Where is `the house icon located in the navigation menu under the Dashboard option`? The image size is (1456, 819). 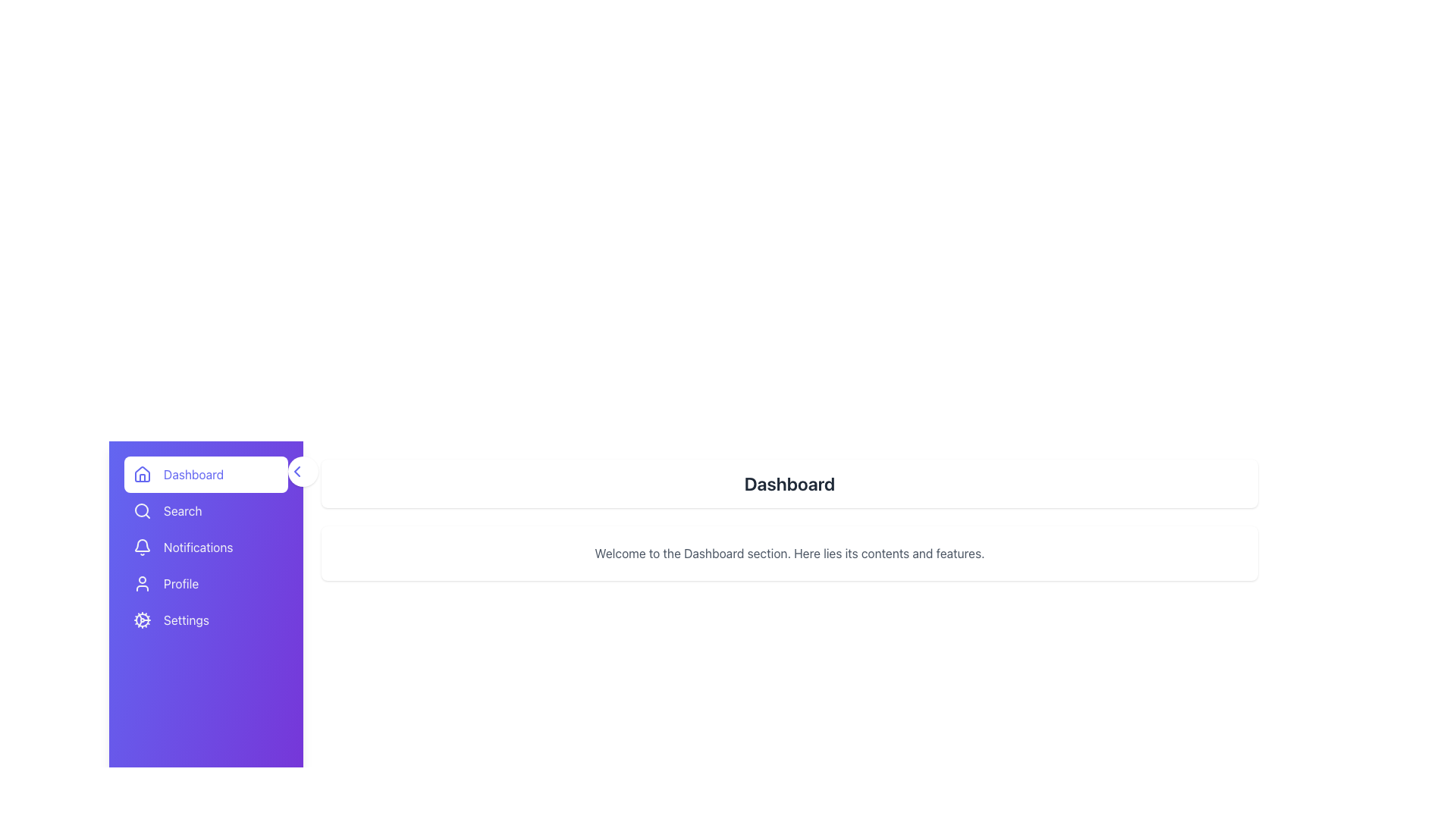
the house icon located in the navigation menu under the Dashboard option is located at coordinates (142, 472).